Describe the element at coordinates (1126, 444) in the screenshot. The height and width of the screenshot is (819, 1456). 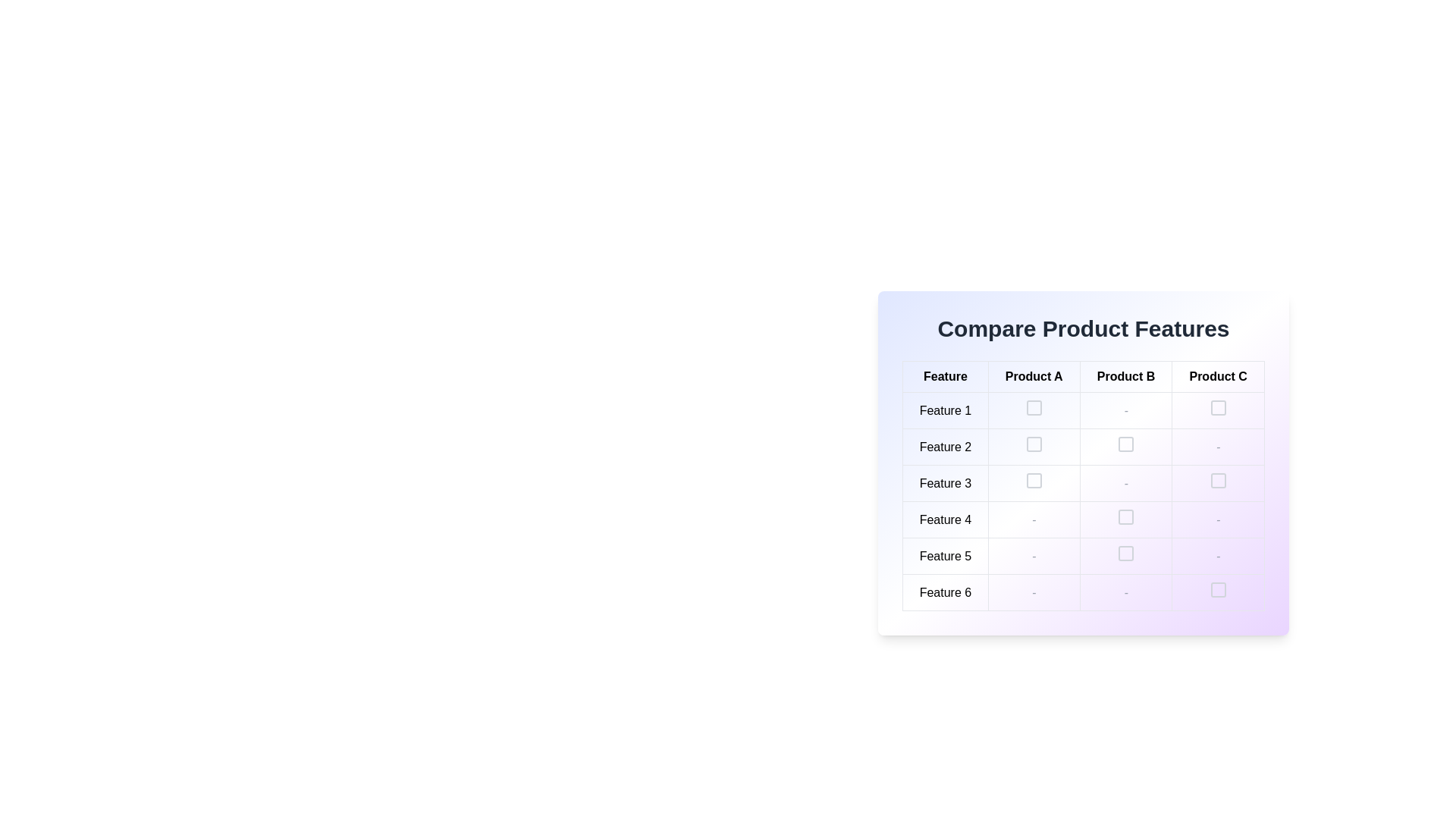
I see `the checkbox located in the second row and third column of the comparison table under 'Product B'` at that location.